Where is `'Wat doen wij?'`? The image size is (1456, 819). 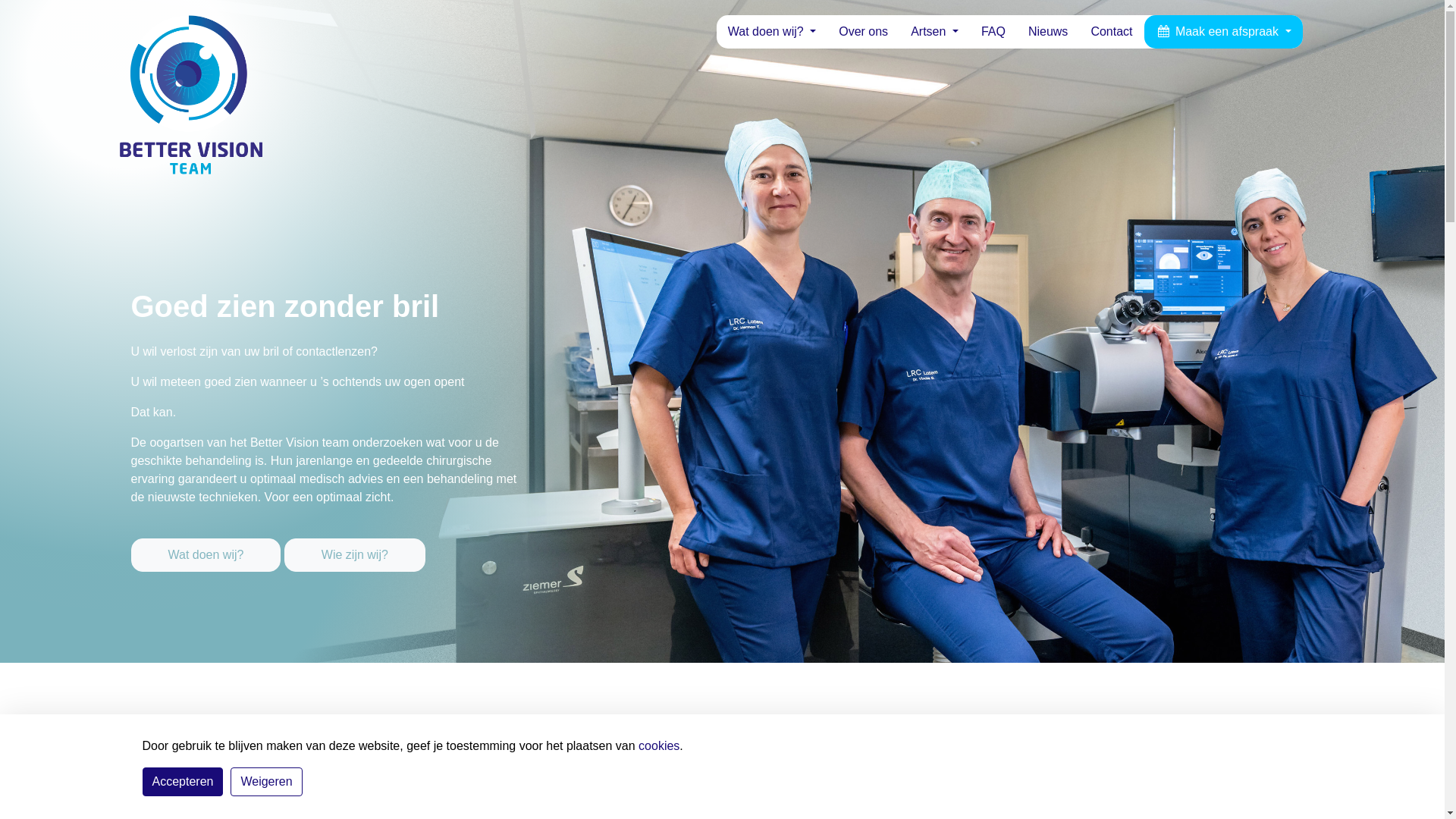 'Wat doen wij?' is located at coordinates (130, 555).